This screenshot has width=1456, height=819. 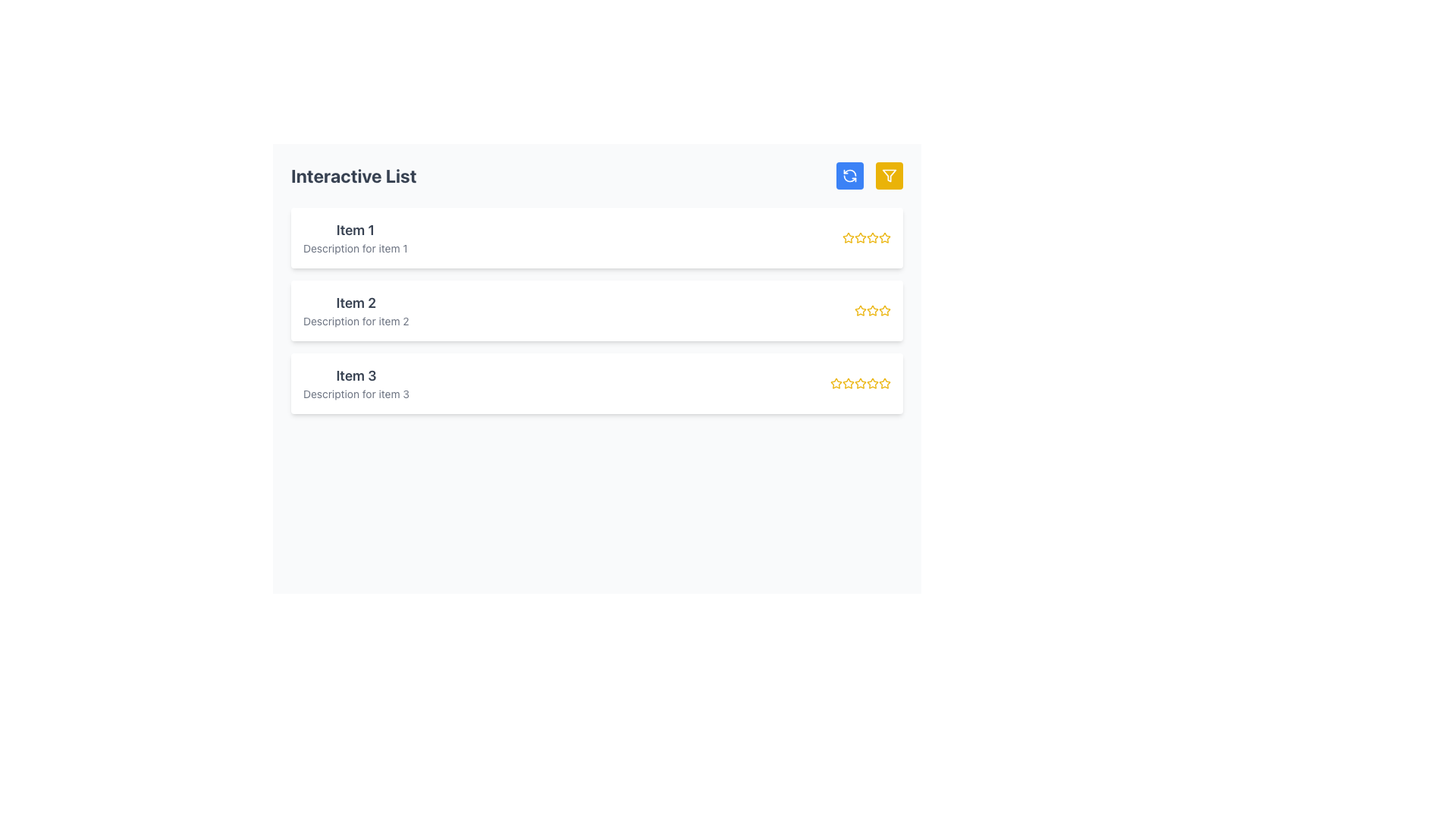 What do you see at coordinates (873, 309) in the screenshot?
I see `the third Rating Star icon, which is a yellow hollow star among a series of five stars` at bounding box center [873, 309].